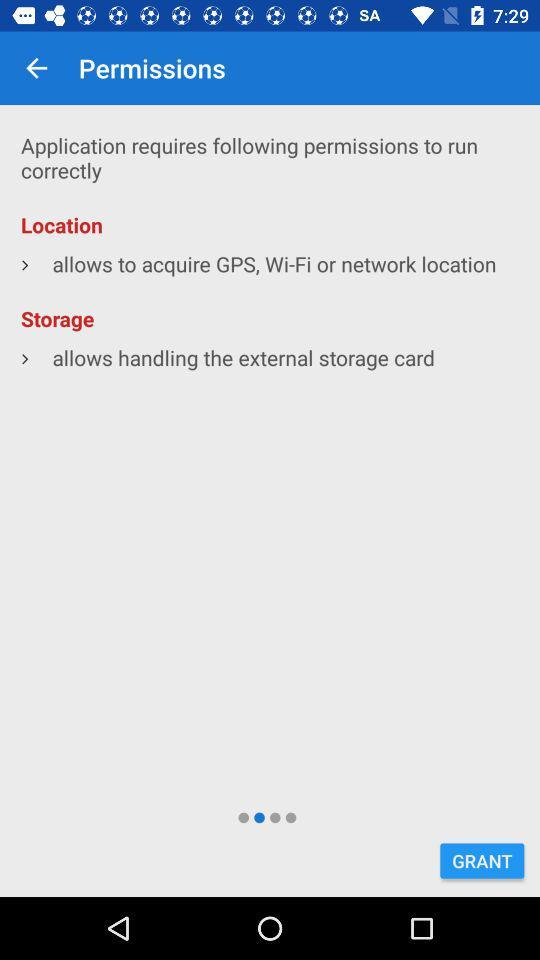 The width and height of the screenshot is (540, 960). I want to click on grant icon, so click(481, 860).